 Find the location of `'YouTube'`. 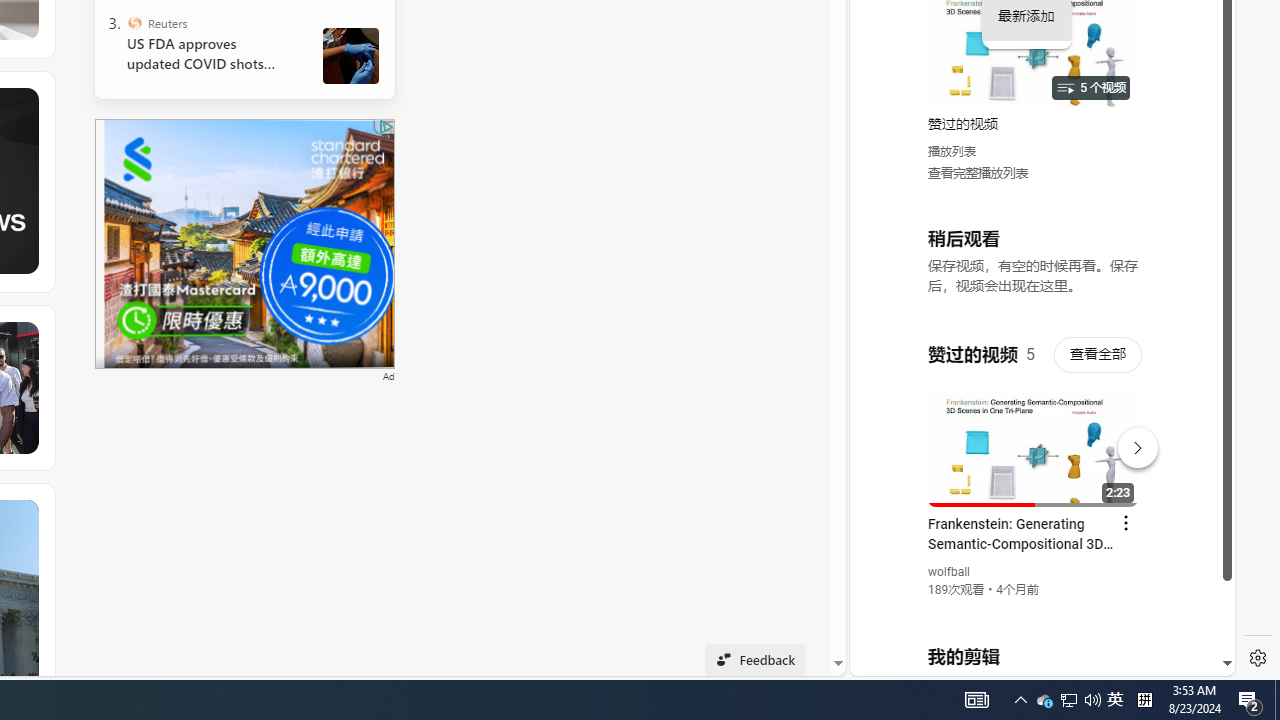

'YouTube' is located at coordinates (1034, 431).